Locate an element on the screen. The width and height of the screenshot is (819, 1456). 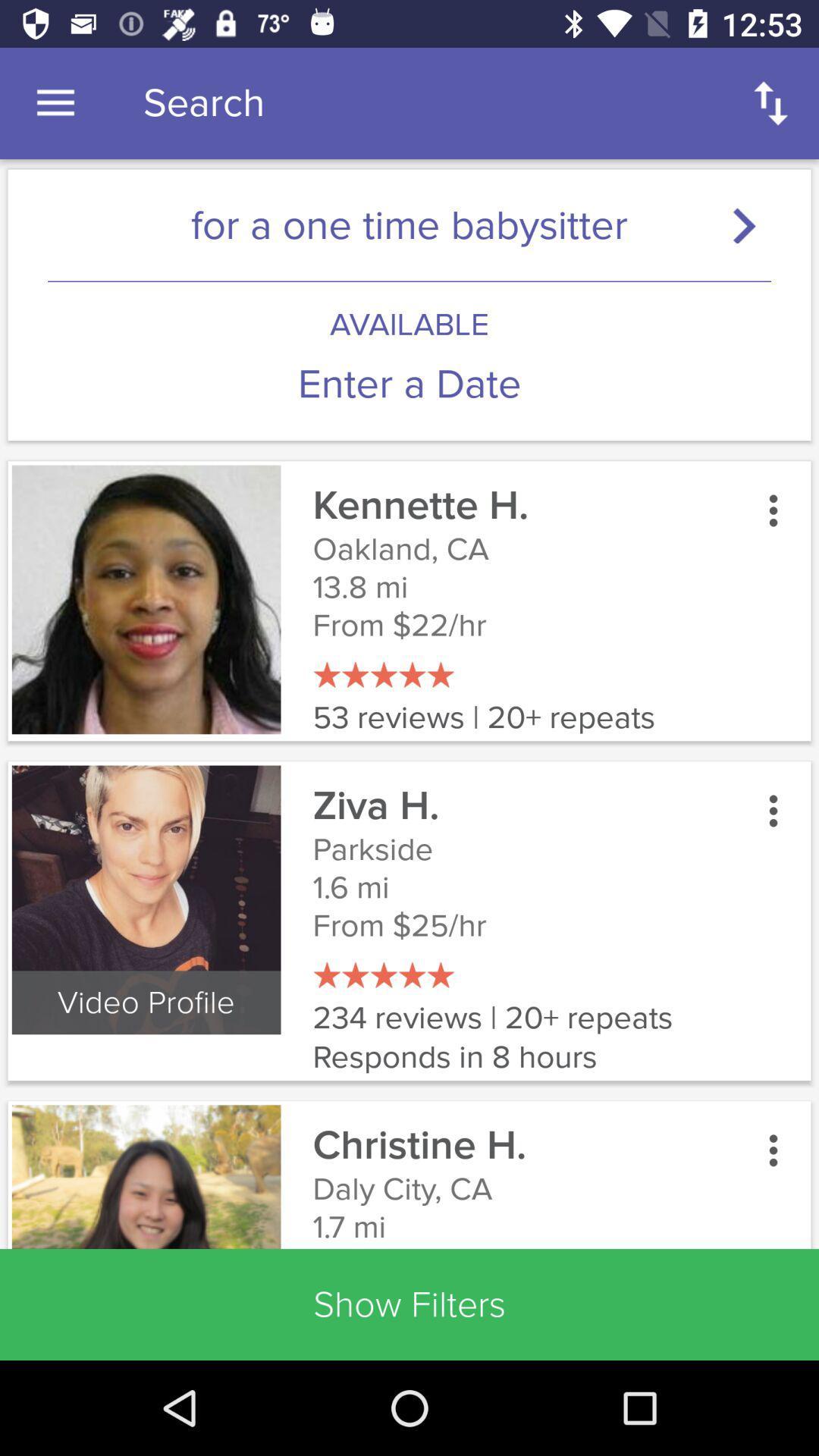
enter a date icon is located at coordinates (409, 384).